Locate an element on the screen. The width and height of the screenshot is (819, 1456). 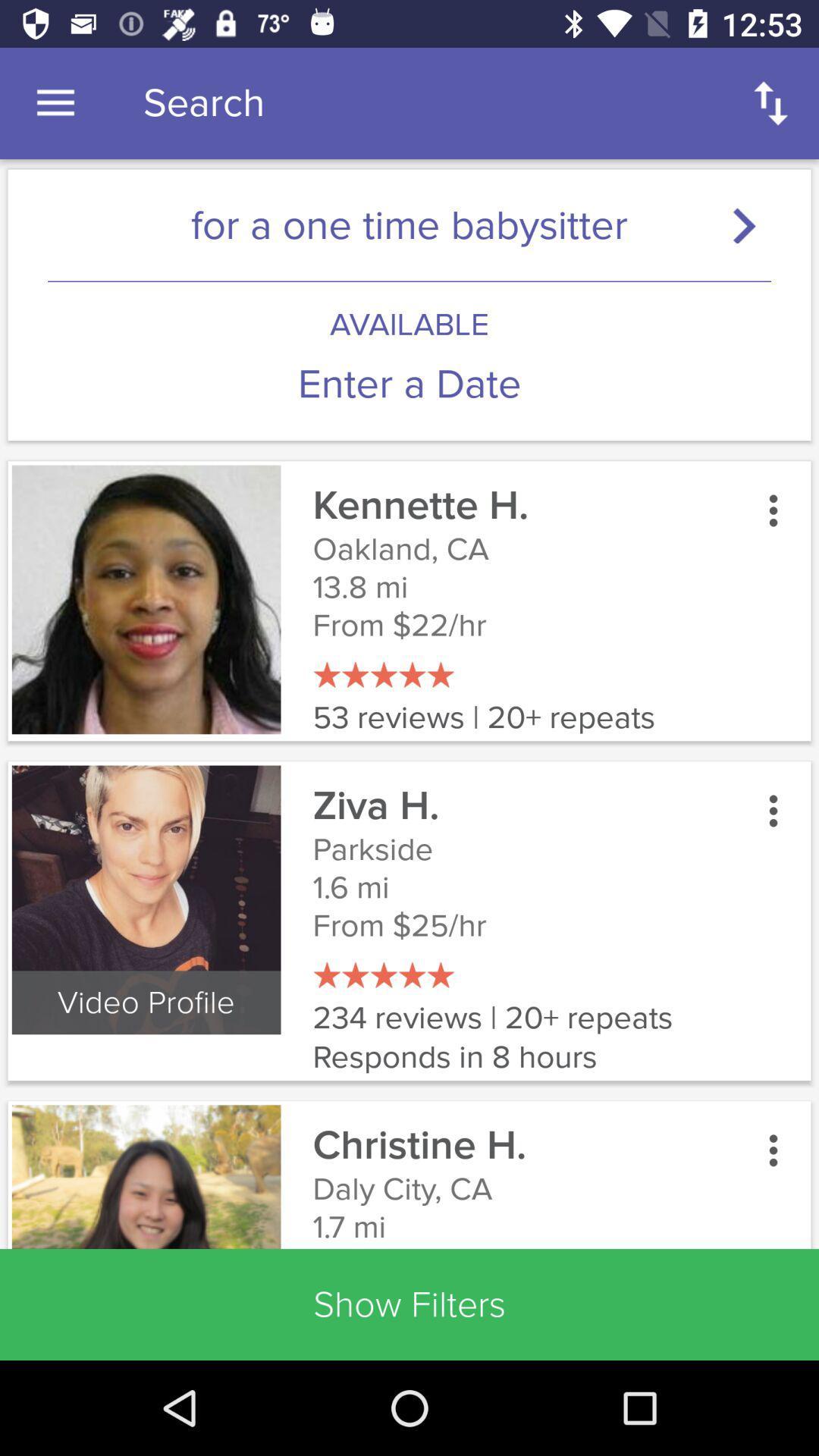
enter a date icon is located at coordinates (409, 384).